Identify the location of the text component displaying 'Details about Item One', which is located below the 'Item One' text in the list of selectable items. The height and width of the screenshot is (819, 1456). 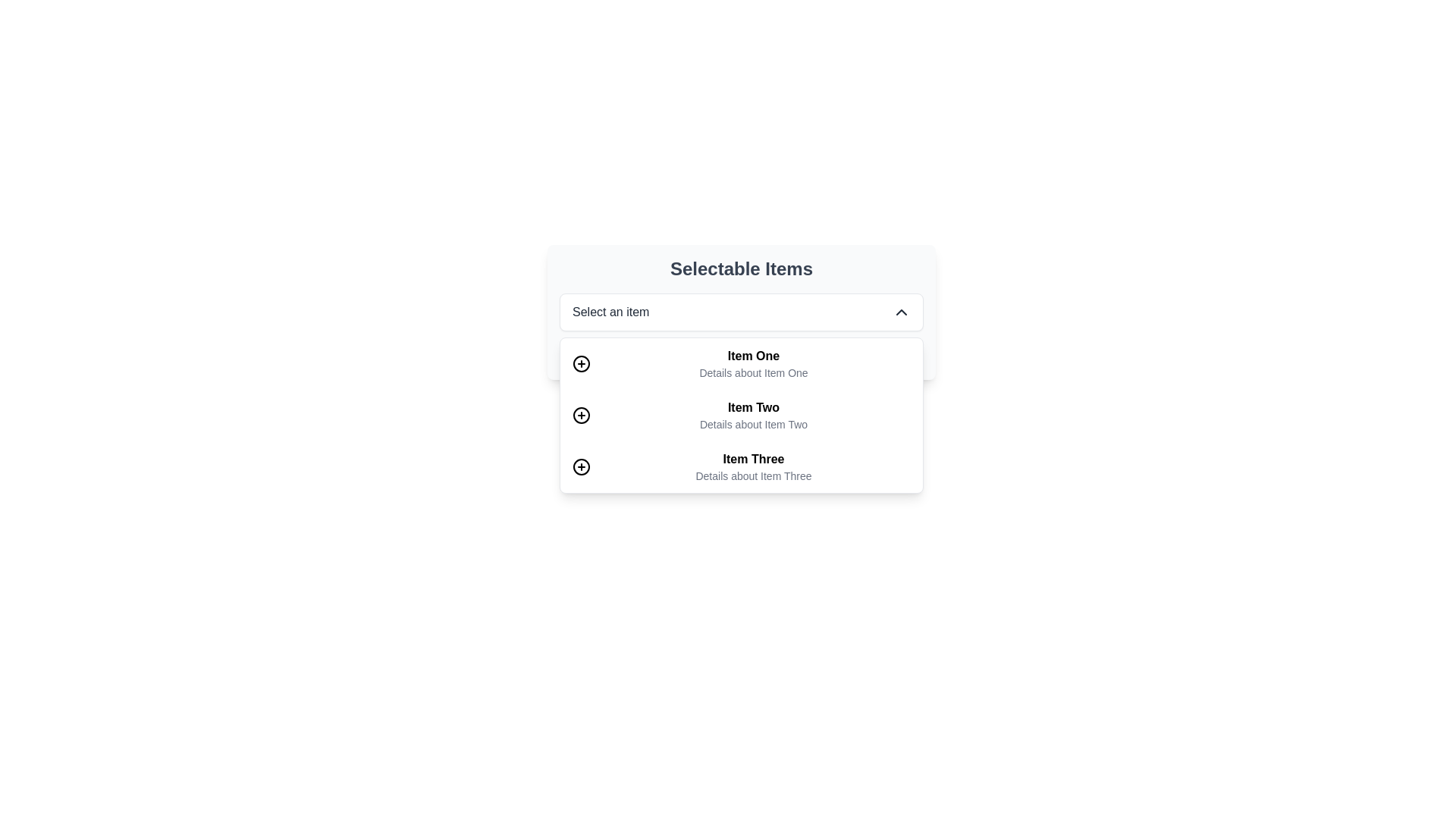
(753, 373).